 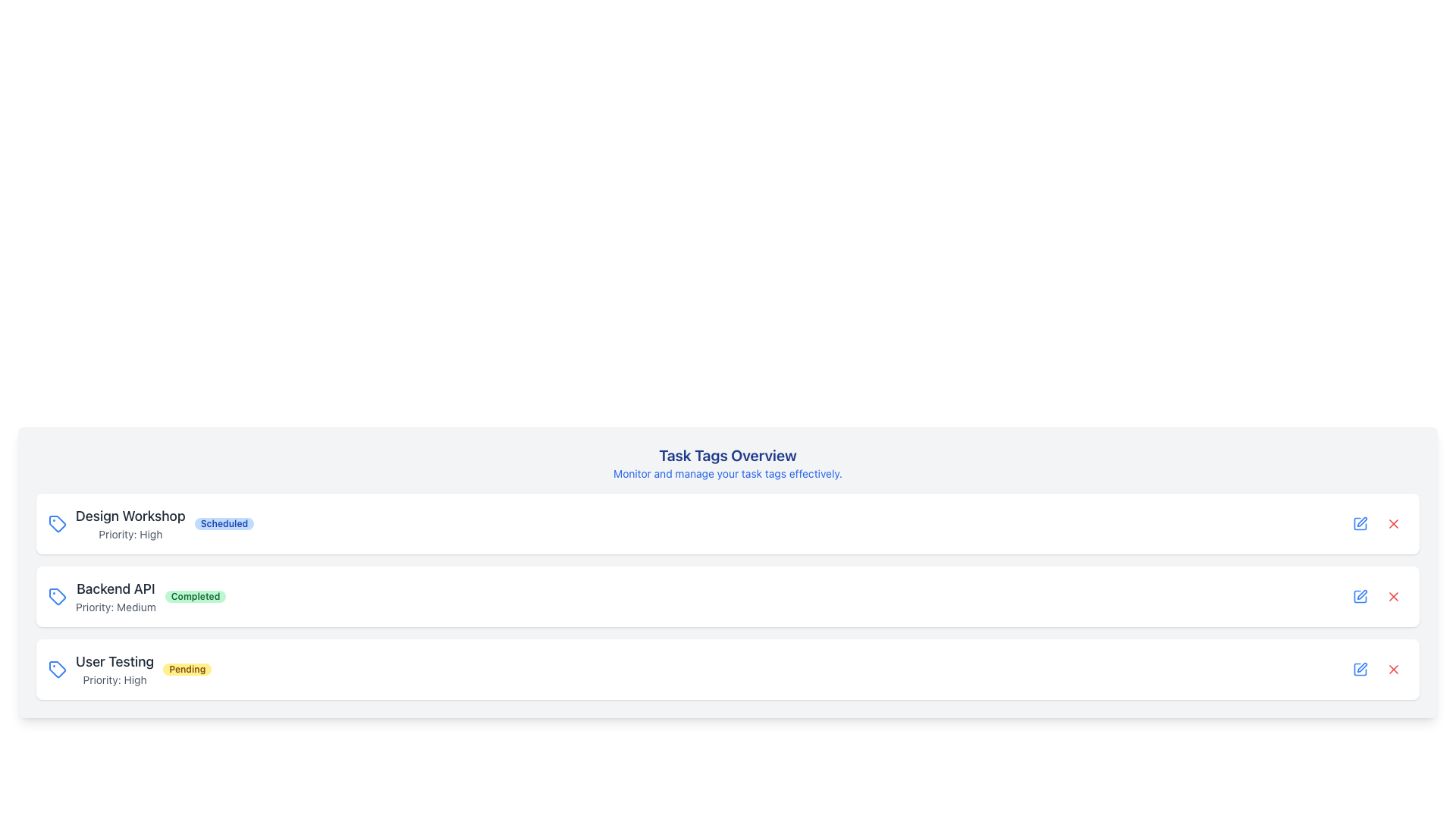 What do you see at coordinates (1360, 669) in the screenshot?
I see `the edit icon button located in the last row of the task list for the 'User Testing' task, which is positioned just to the left of the red delete icon` at bounding box center [1360, 669].